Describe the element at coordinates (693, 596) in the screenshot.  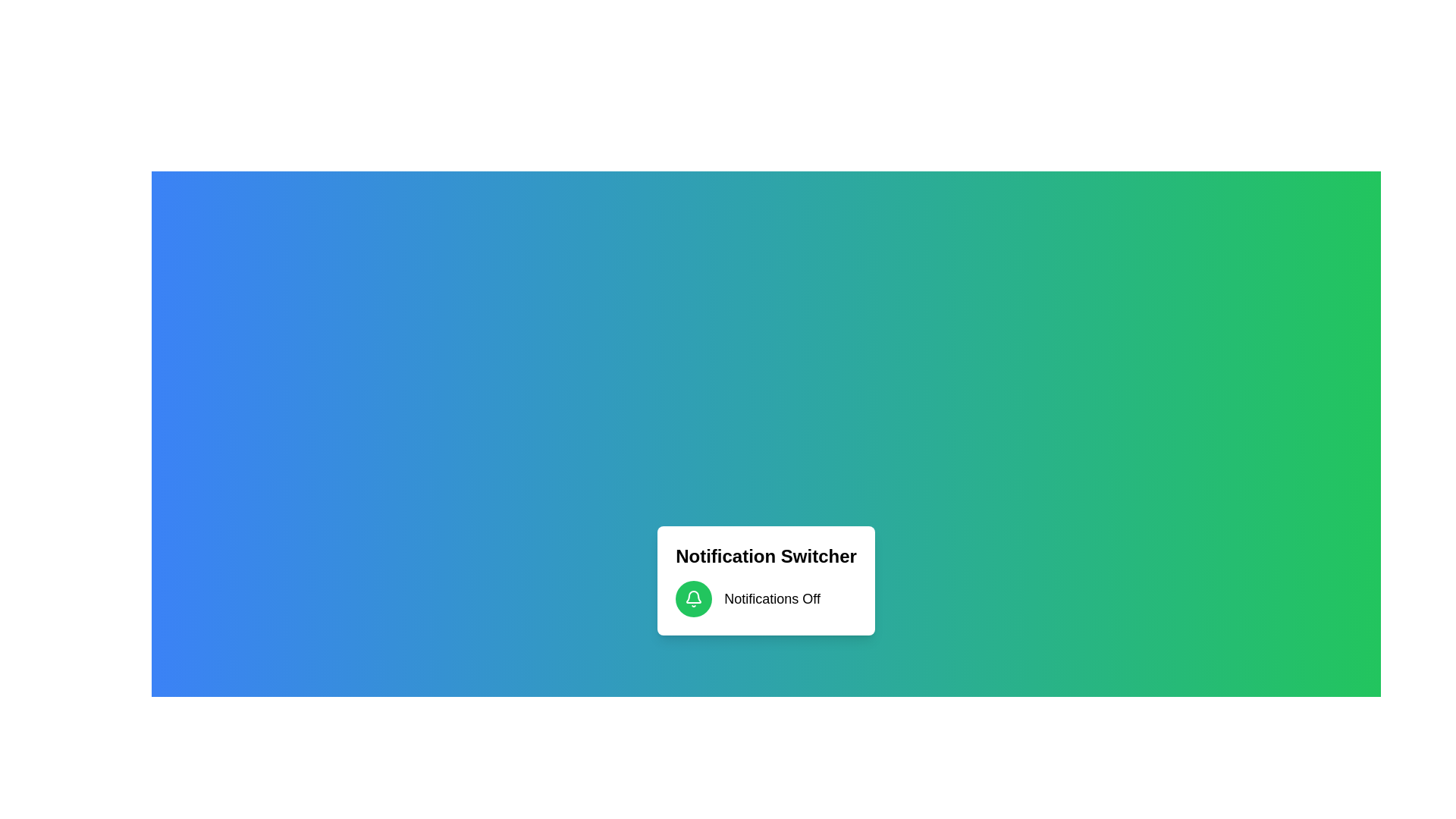
I see `the bell icon representing notifications in the notification area, located beneath the title 'Notification Switcher' and adjacent to 'Notifications Off'` at that location.